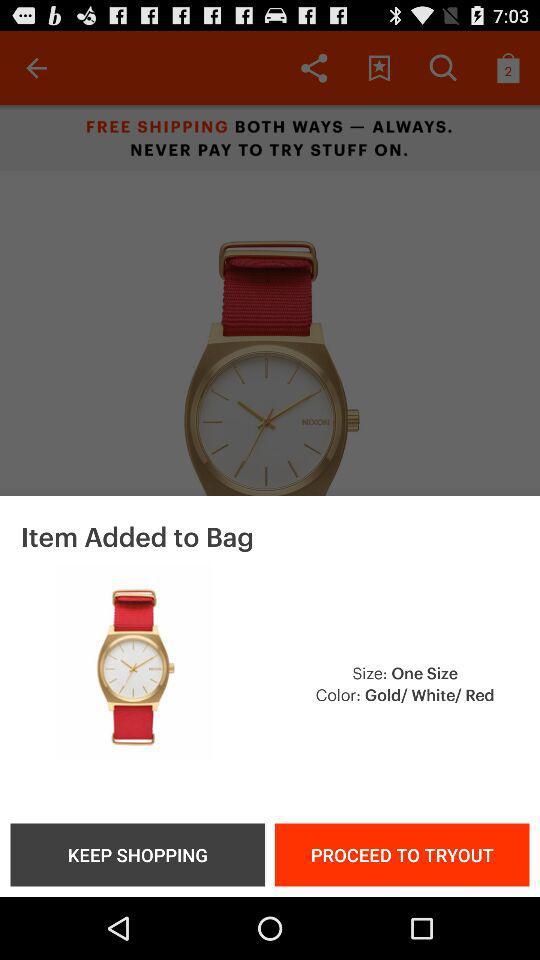  What do you see at coordinates (136, 853) in the screenshot?
I see `the keep shopping` at bounding box center [136, 853].